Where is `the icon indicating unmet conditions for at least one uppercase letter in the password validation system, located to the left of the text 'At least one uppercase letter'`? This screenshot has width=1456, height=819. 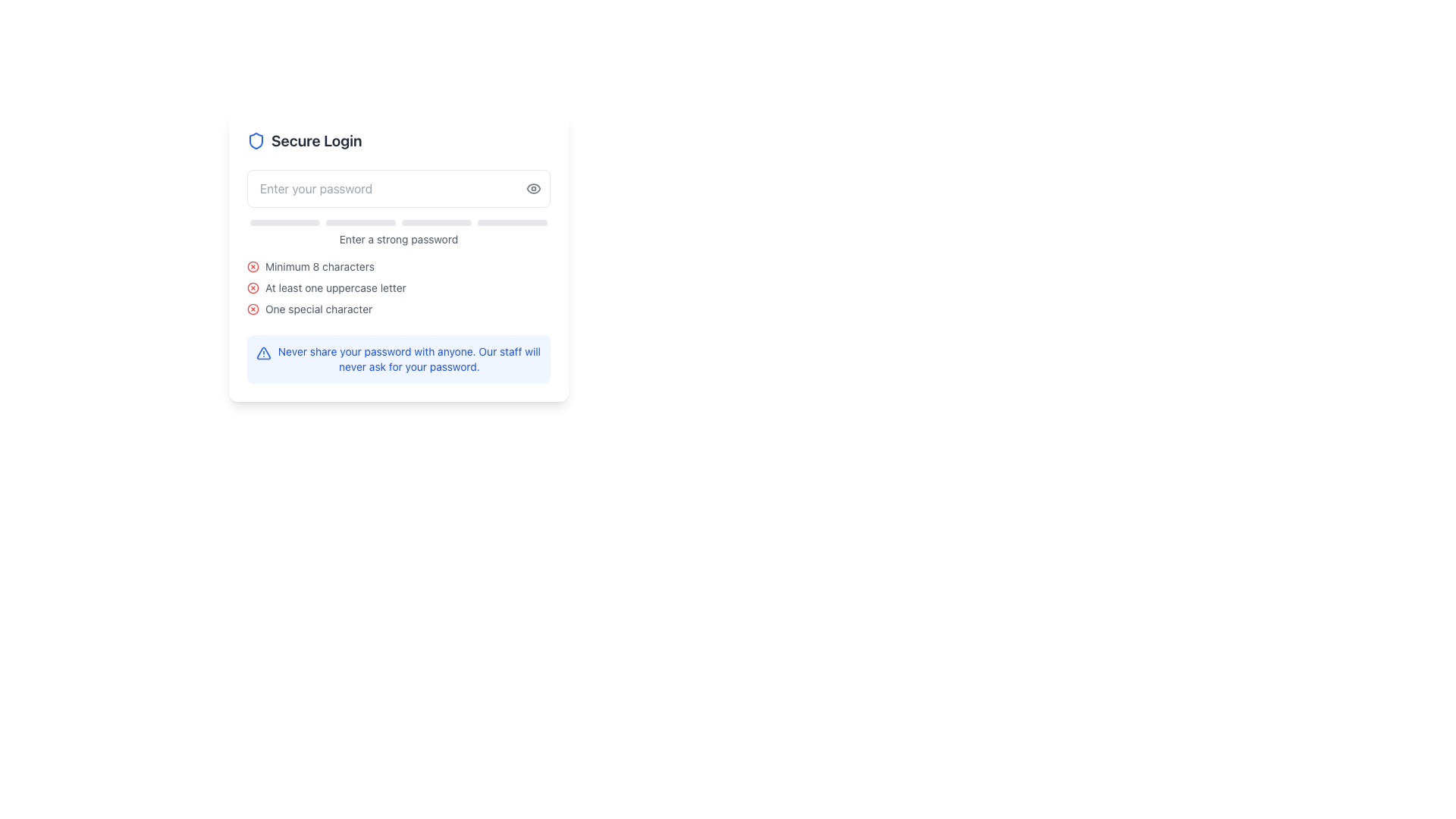 the icon indicating unmet conditions for at least one uppercase letter in the password validation system, located to the left of the text 'At least one uppercase letter' is located at coordinates (253, 288).